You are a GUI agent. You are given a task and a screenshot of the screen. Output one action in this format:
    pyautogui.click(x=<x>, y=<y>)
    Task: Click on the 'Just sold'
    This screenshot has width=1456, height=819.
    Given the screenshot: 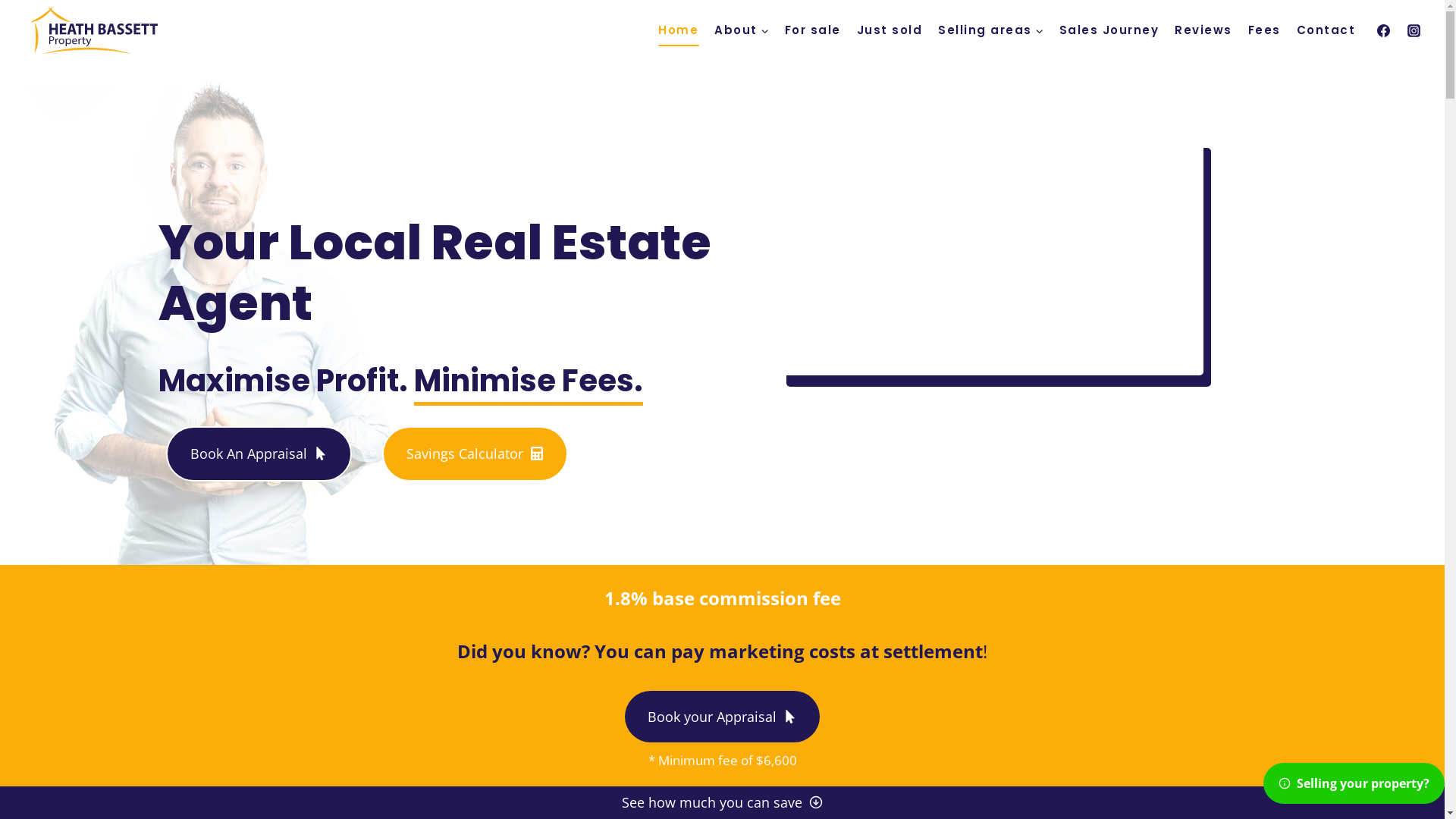 What is the action you would take?
    pyautogui.click(x=889, y=30)
    